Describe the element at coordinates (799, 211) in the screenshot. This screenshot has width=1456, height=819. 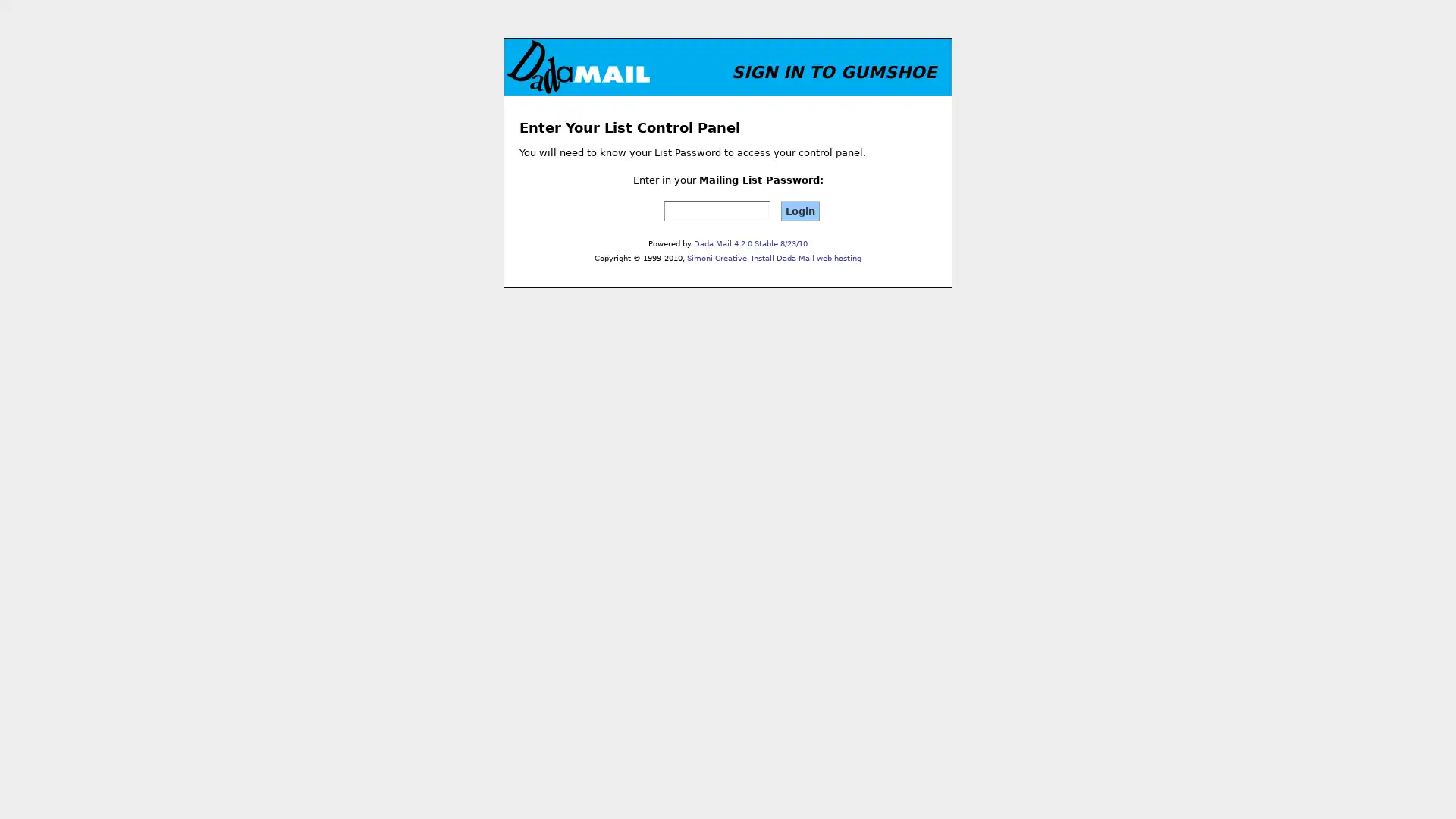
I see `Login` at that location.